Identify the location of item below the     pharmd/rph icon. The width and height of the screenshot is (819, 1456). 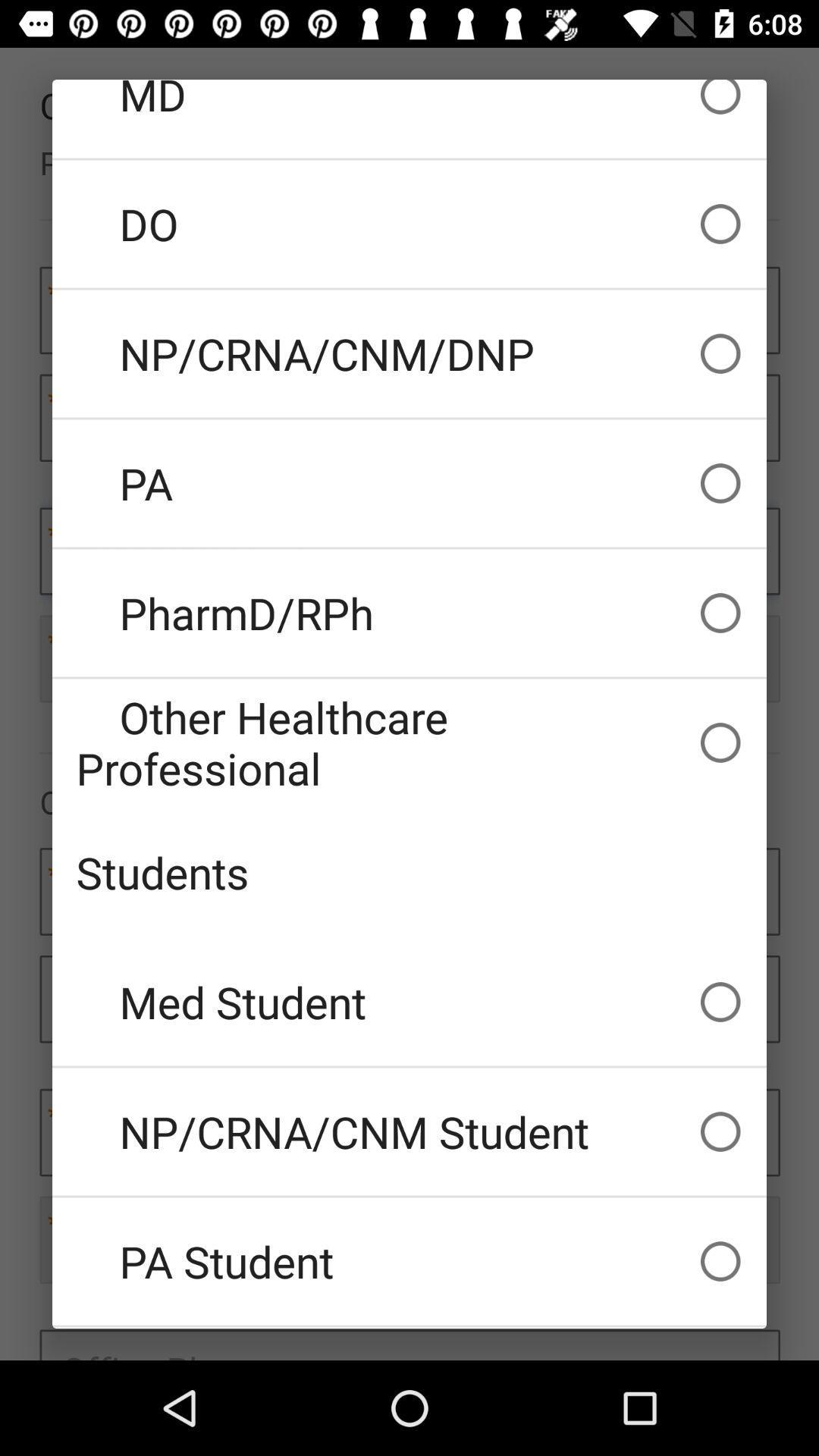
(409, 742).